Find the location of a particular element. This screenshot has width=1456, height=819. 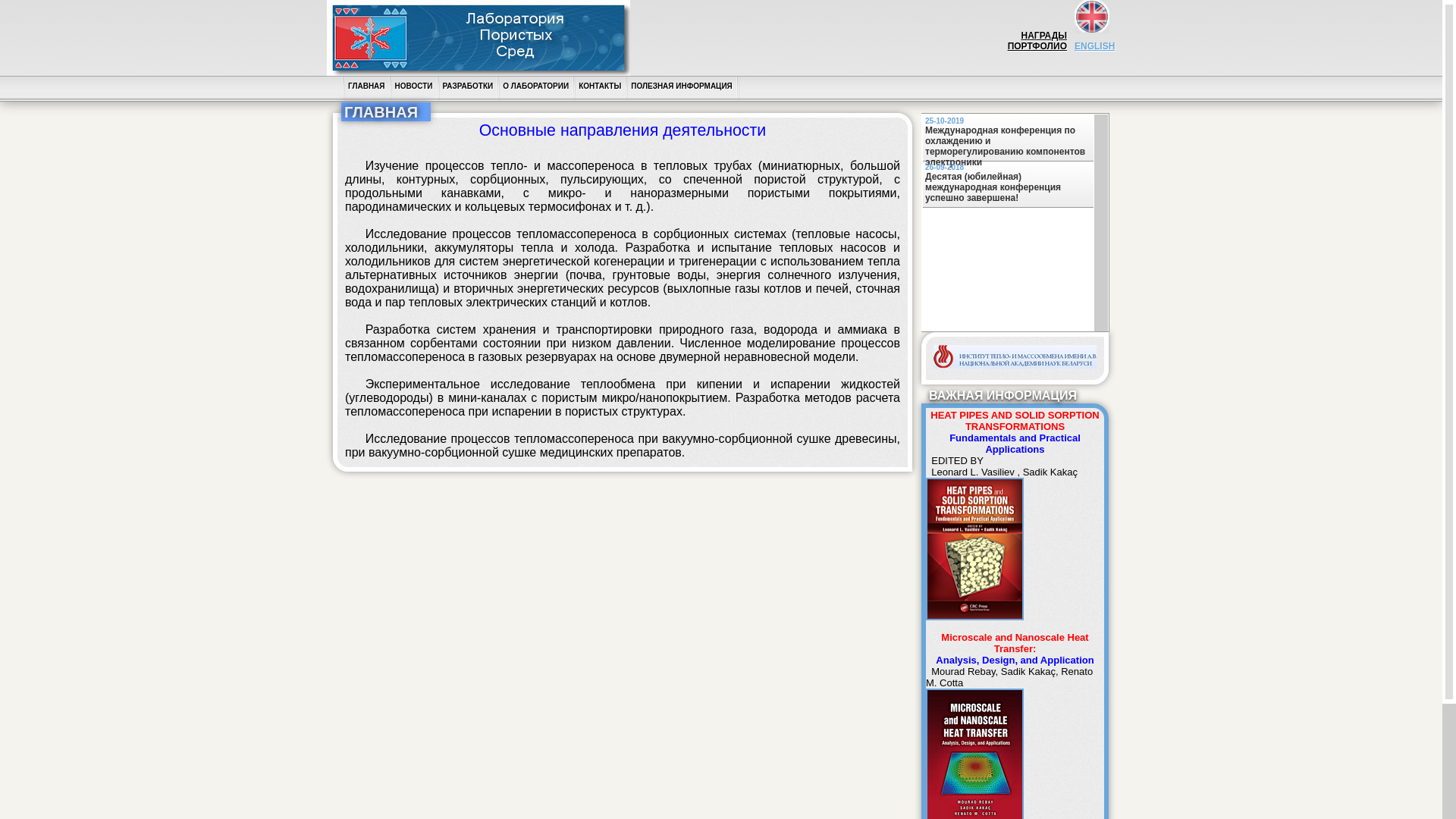

'ENGLISH' is located at coordinates (1073, 51).